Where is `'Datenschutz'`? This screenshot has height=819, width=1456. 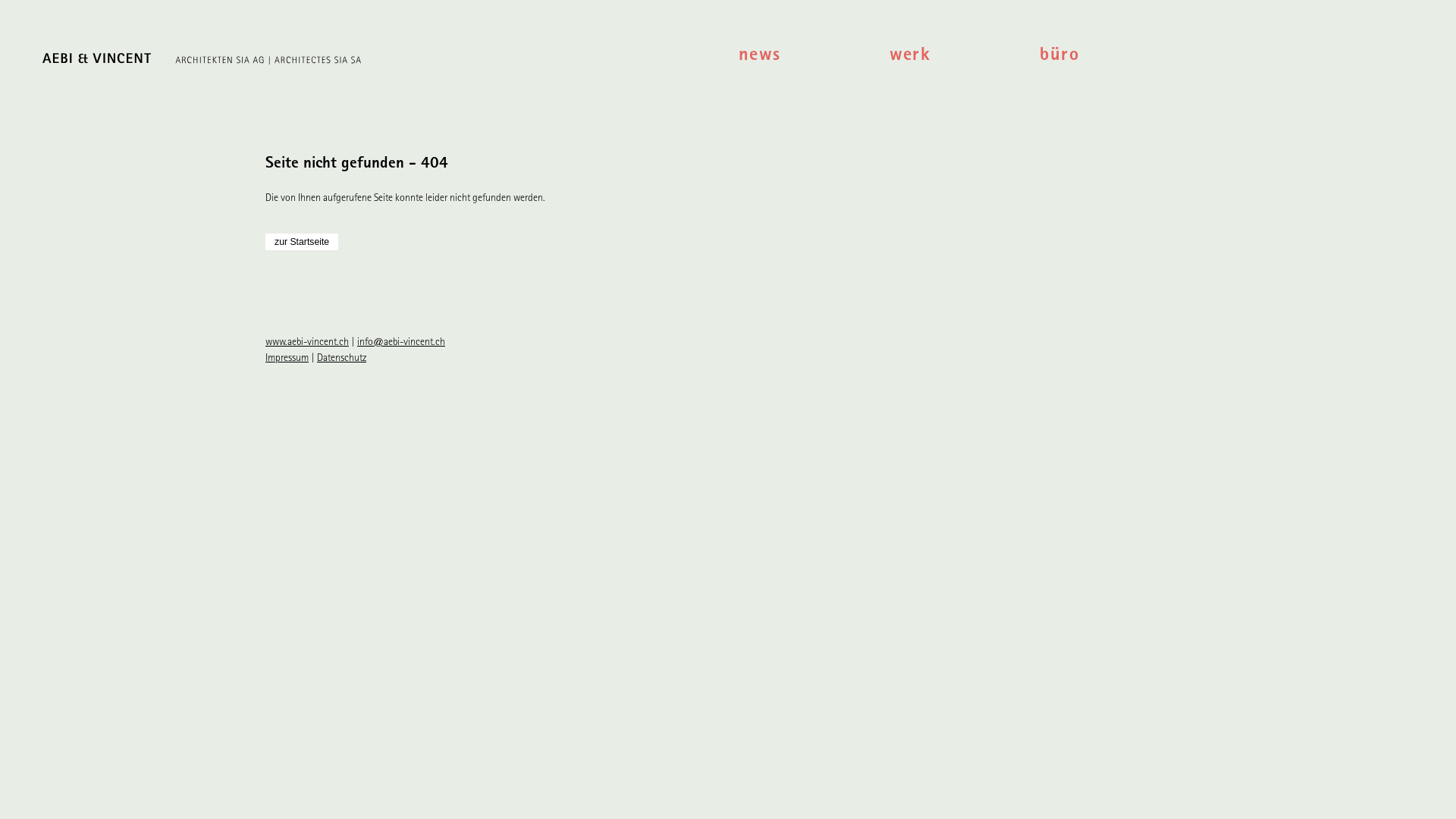
'Datenschutz' is located at coordinates (340, 359).